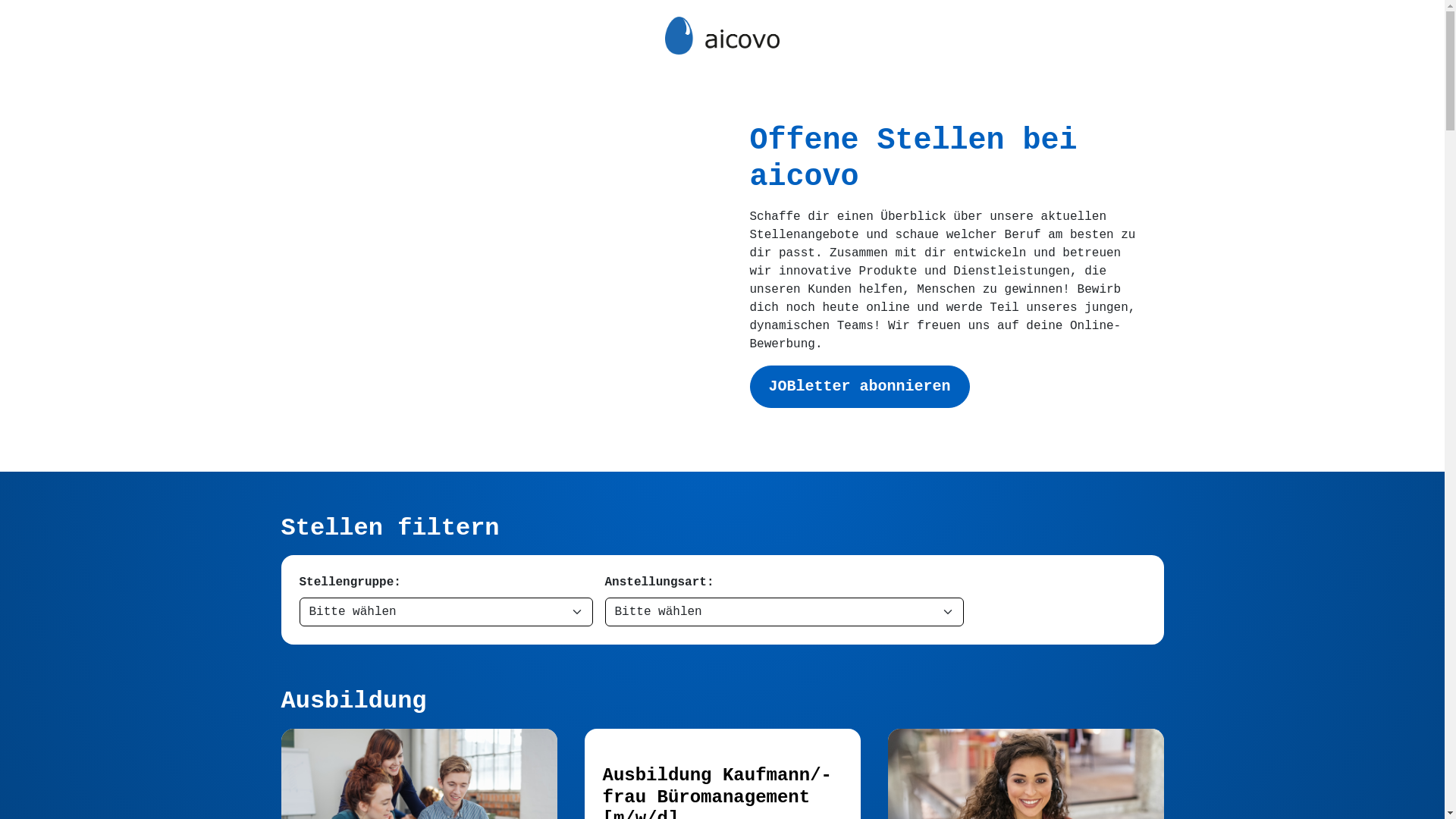 The width and height of the screenshot is (1456, 819). I want to click on 'JOBletter abonnieren', so click(858, 385).